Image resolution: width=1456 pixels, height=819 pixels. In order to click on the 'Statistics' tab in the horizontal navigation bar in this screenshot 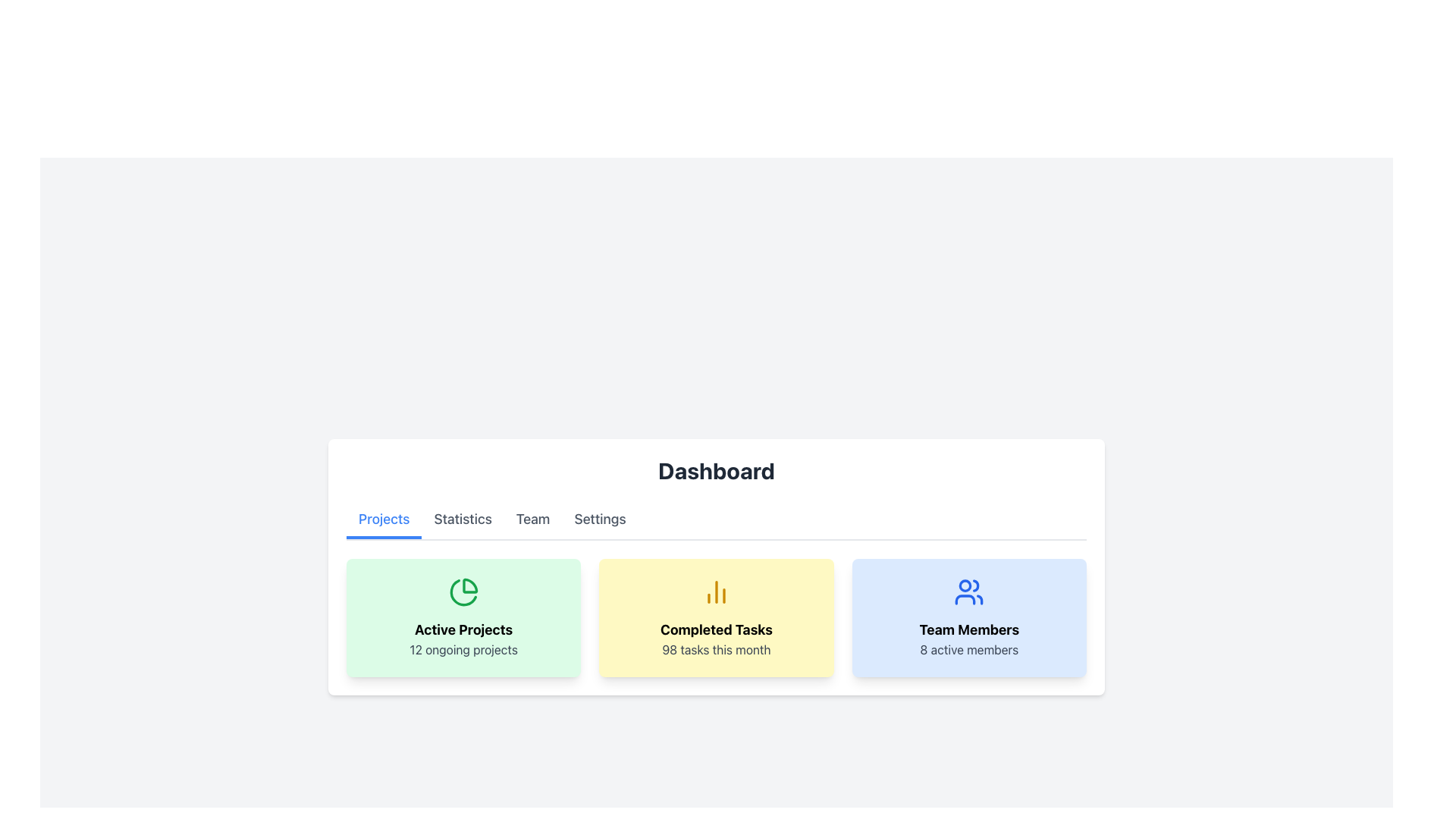, I will do `click(462, 519)`.